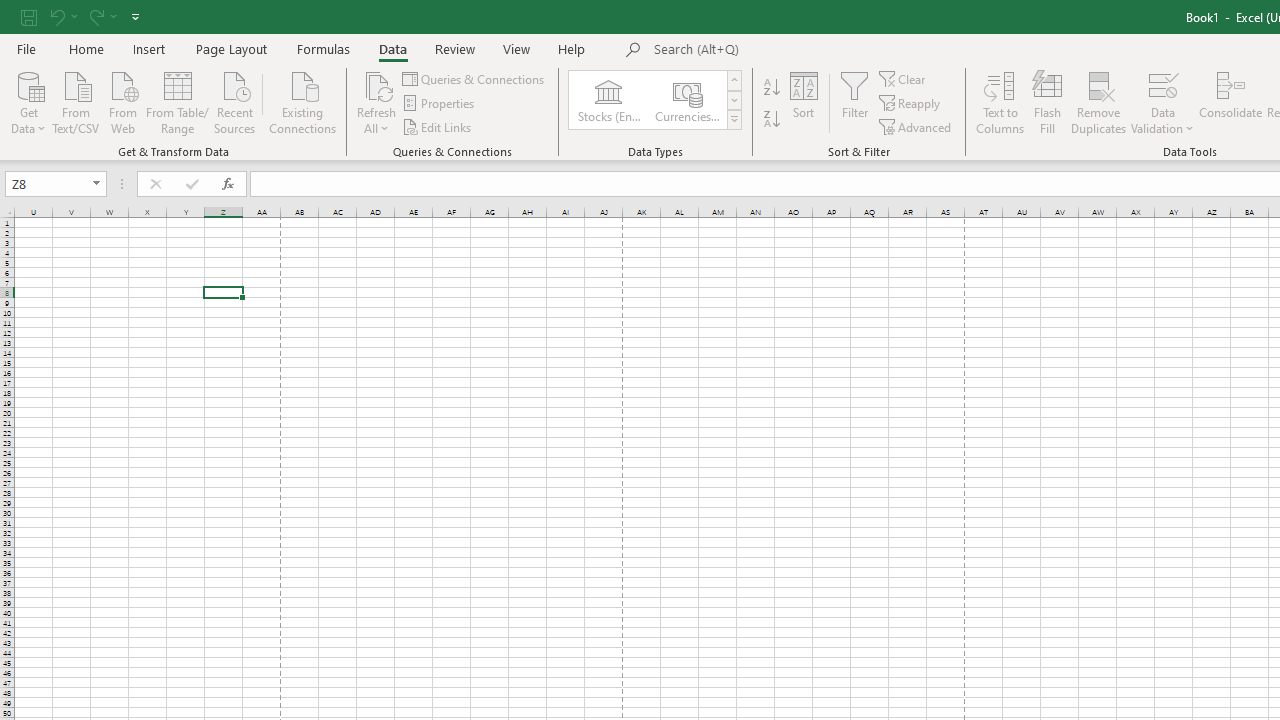 Image resolution: width=1280 pixels, height=720 pixels. What do you see at coordinates (439, 103) in the screenshot?
I see `'Properties'` at bounding box center [439, 103].